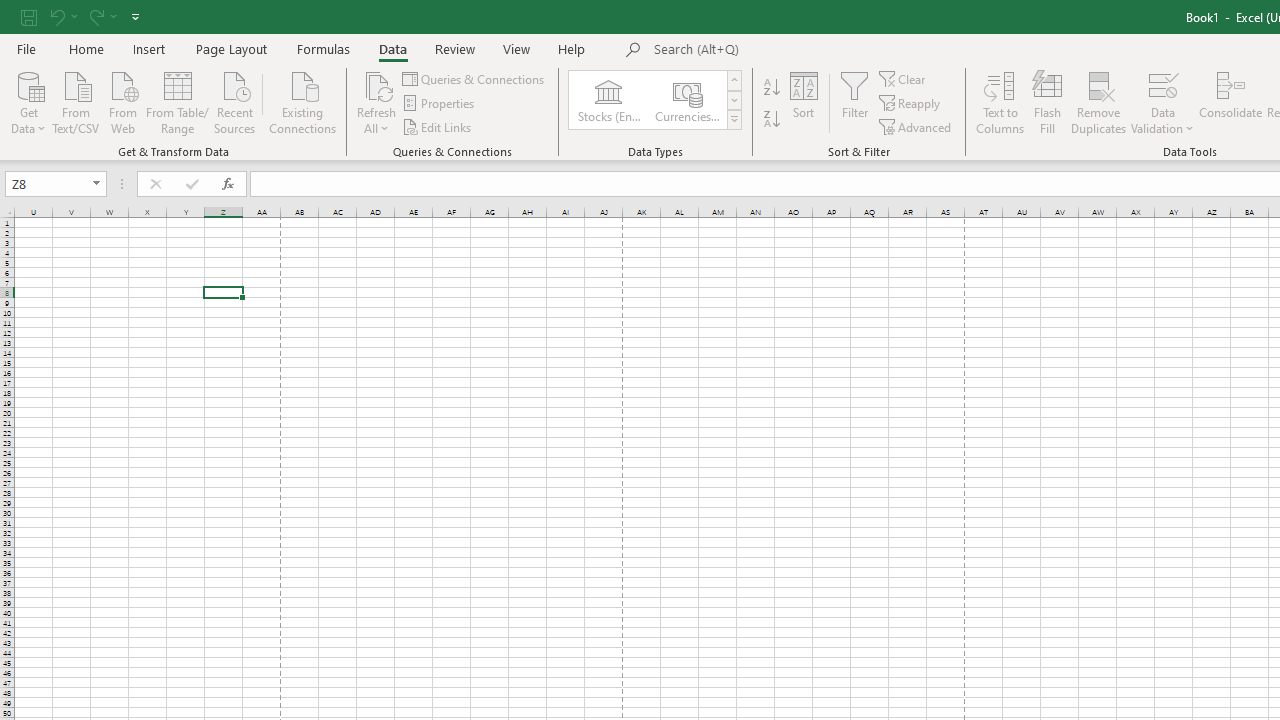 Image resolution: width=1280 pixels, height=720 pixels. What do you see at coordinates (439, 103) in the screenshot?
I see `'Properties'` at bounding box center [439, 103].